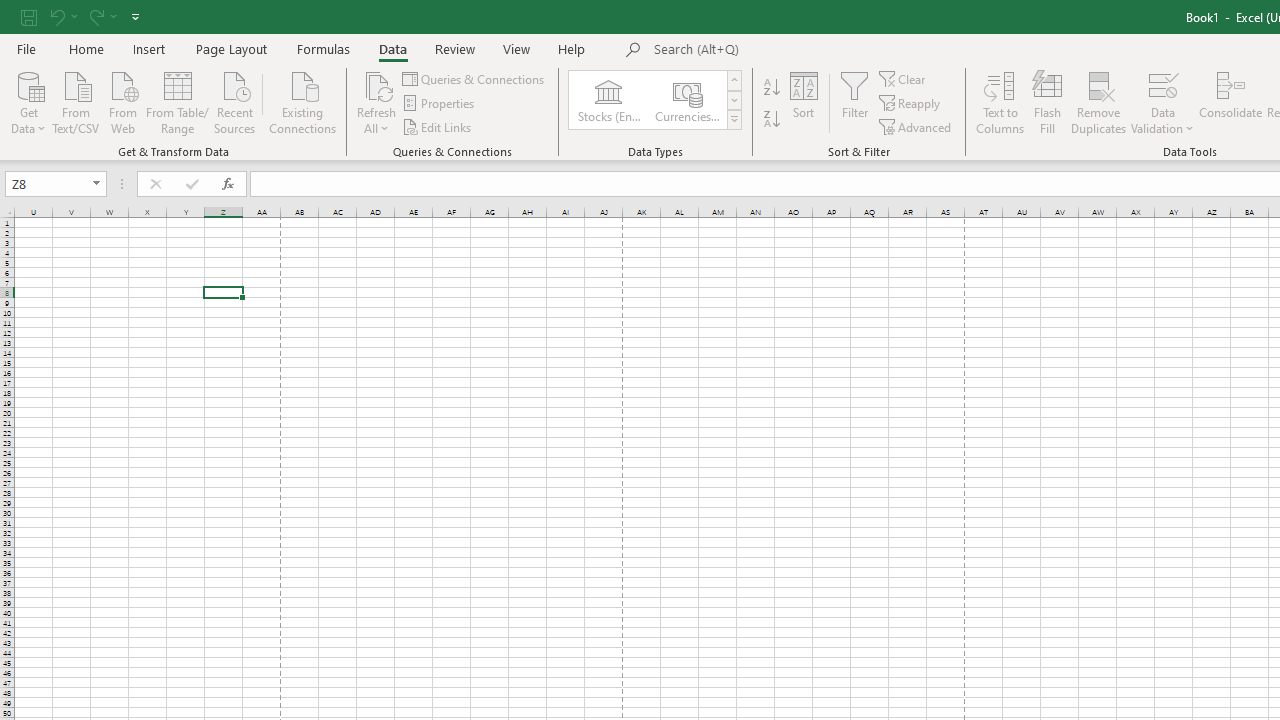 Image resolution: width=1280 pixels, height=720 pixels. What do you see at coordinates (439, 103) in the screenshot?
I see `'Properties'` at bounding box center [439, 103].